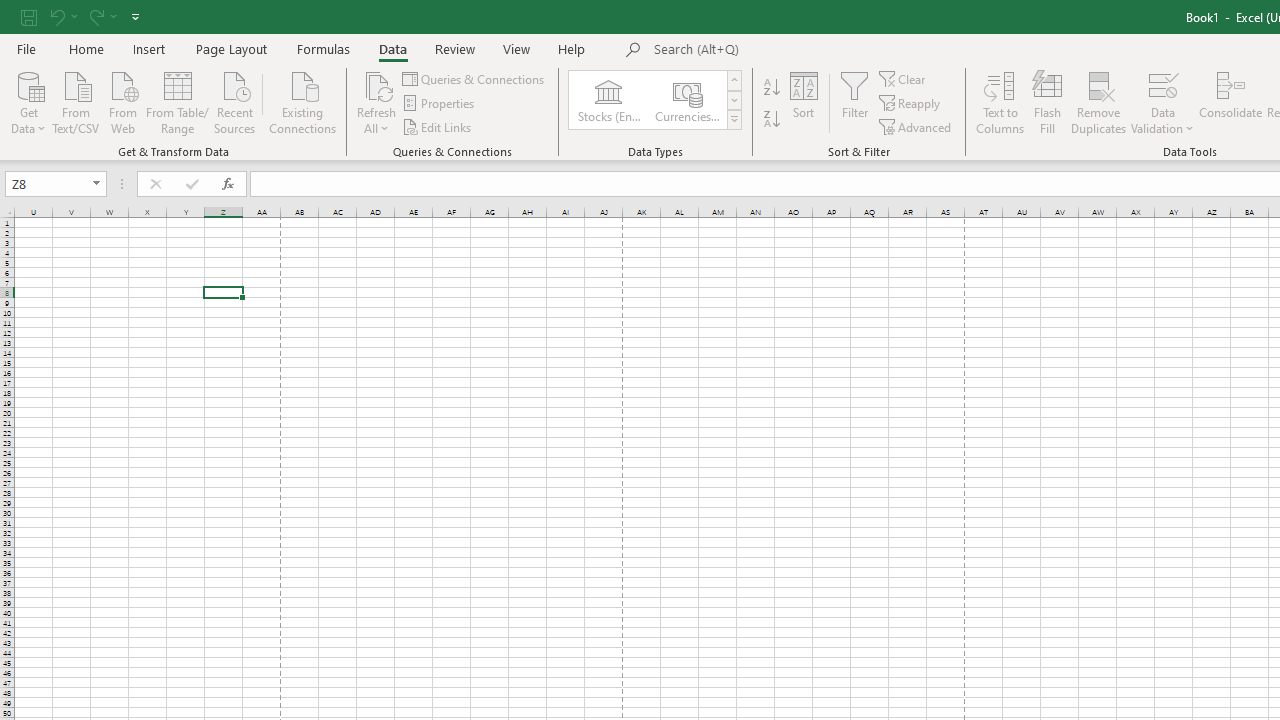 Image resolution: width=1280 pixels, height=720 pixels. What do you see at coordinates (439, 103) in the screenshot?
I see `'Properties'` at bounding box center [439, 103].